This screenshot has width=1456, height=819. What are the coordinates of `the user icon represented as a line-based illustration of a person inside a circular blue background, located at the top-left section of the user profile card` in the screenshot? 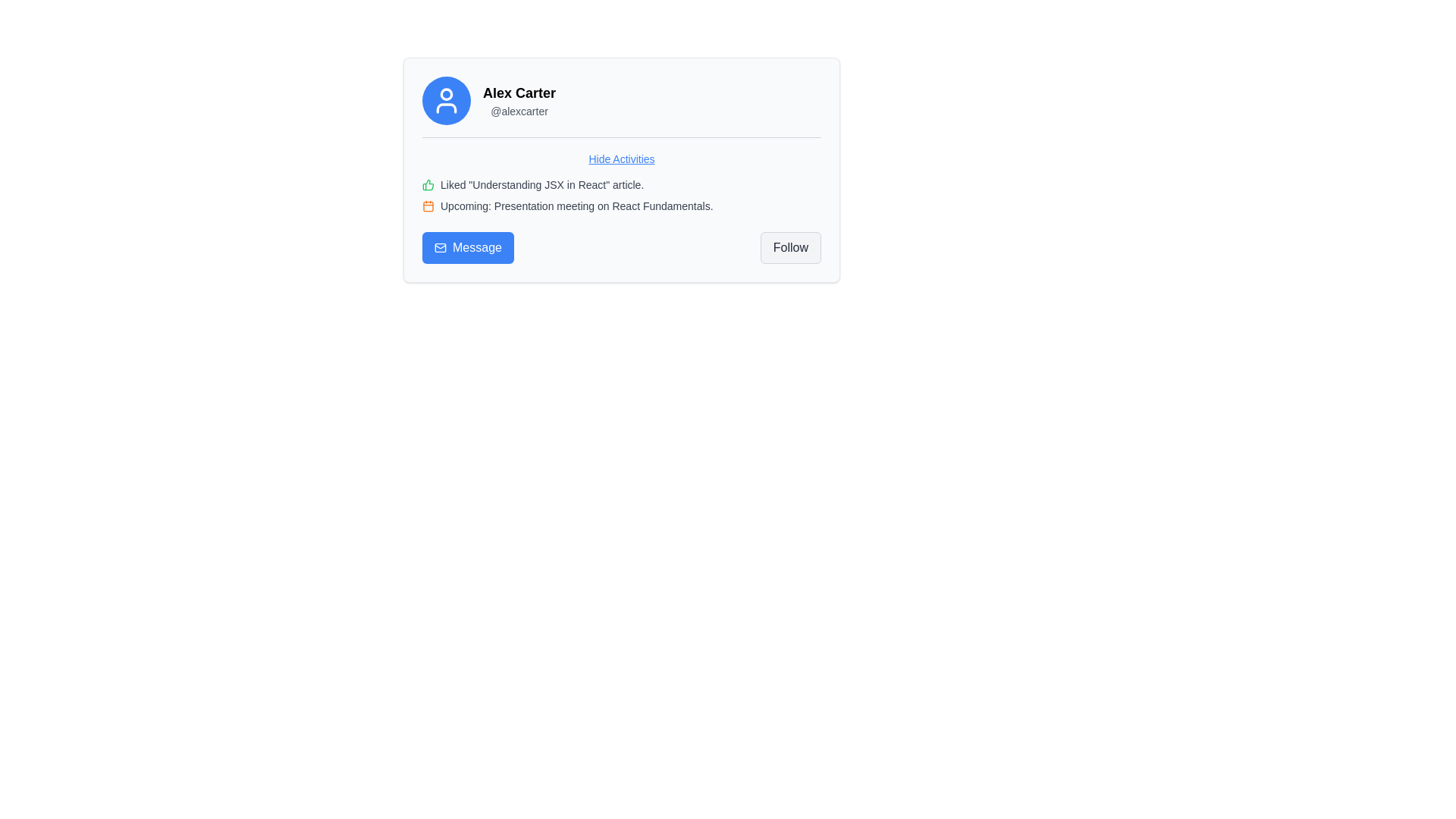 It's located at (446, 100).